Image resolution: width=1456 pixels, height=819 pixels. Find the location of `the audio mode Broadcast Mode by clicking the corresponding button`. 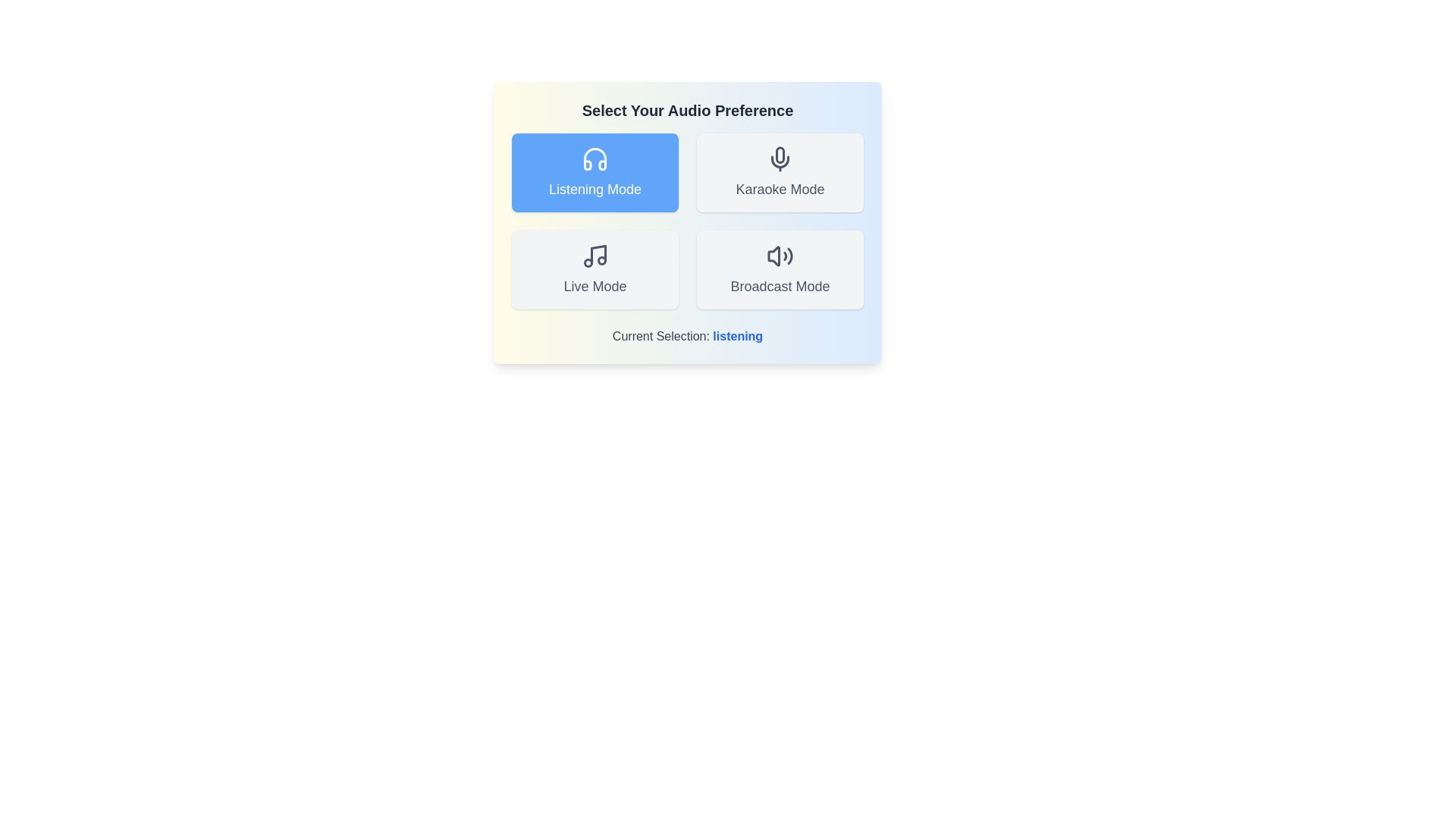

the audio mode Broadcast Mode by clicking the corresponding button is located at coordinates (780, 268).